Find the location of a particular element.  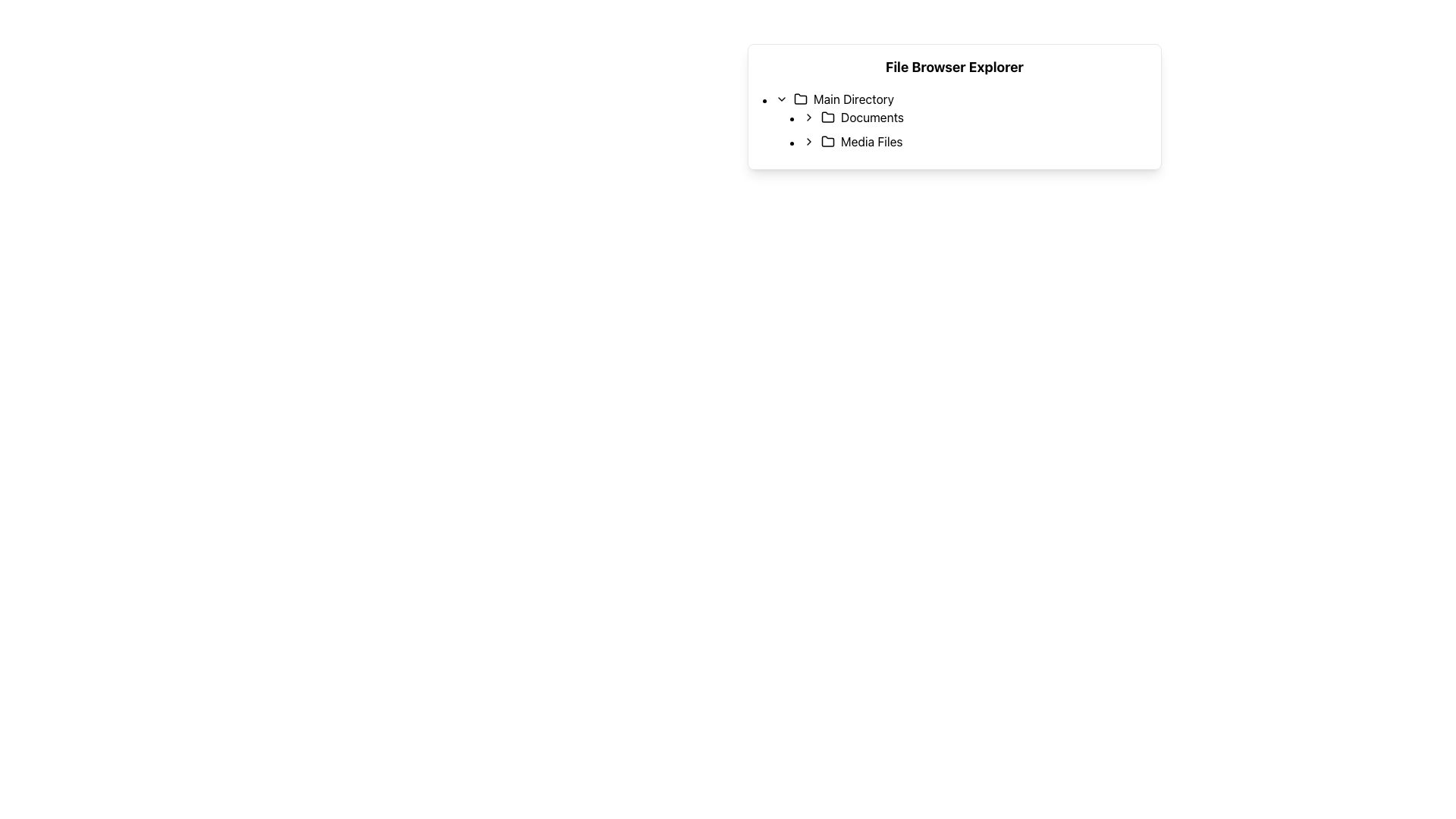

the main directory label in the file tree structure is located at coordinates (853, 99).